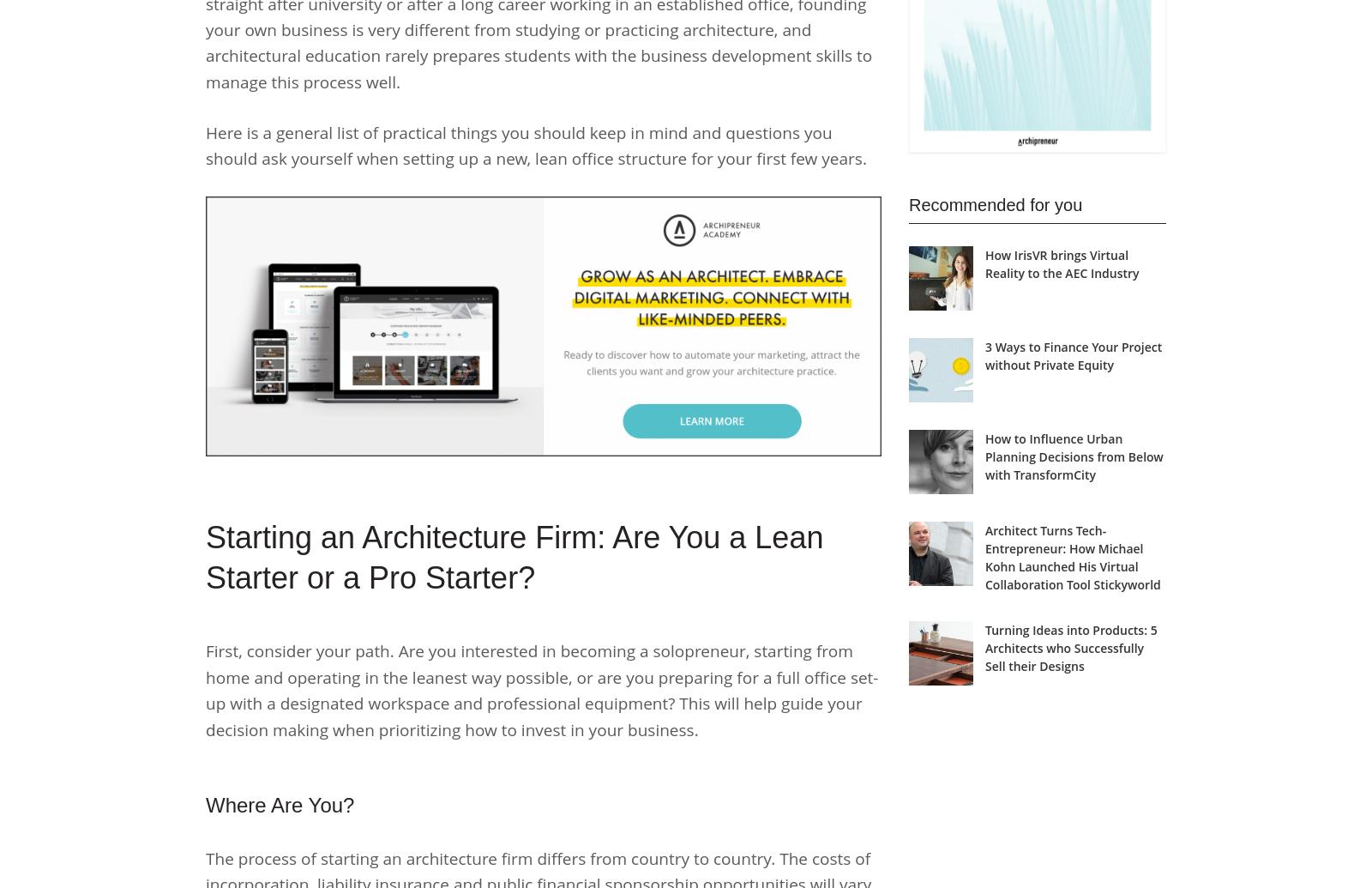 This screenshot has height=888, width=1372. Describe the element at coordinates (1073, 456) in the screenshot. I see `'How to Influence Urban Planning Decisions from Below with TransformCity'` at that location.